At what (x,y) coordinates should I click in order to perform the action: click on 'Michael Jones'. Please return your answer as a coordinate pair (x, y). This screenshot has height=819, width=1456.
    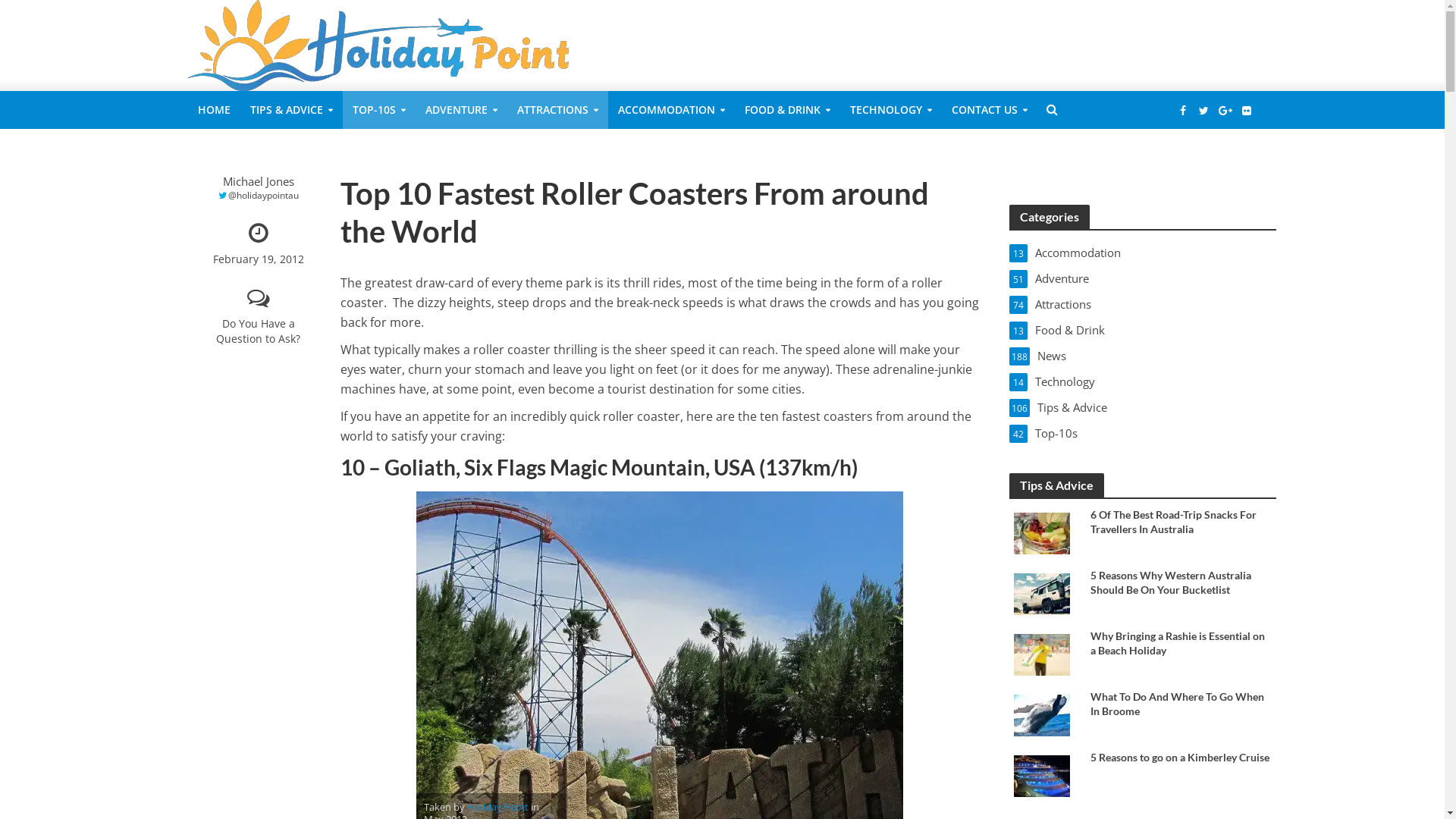
    Looking at the image, I should click on (258, 180).